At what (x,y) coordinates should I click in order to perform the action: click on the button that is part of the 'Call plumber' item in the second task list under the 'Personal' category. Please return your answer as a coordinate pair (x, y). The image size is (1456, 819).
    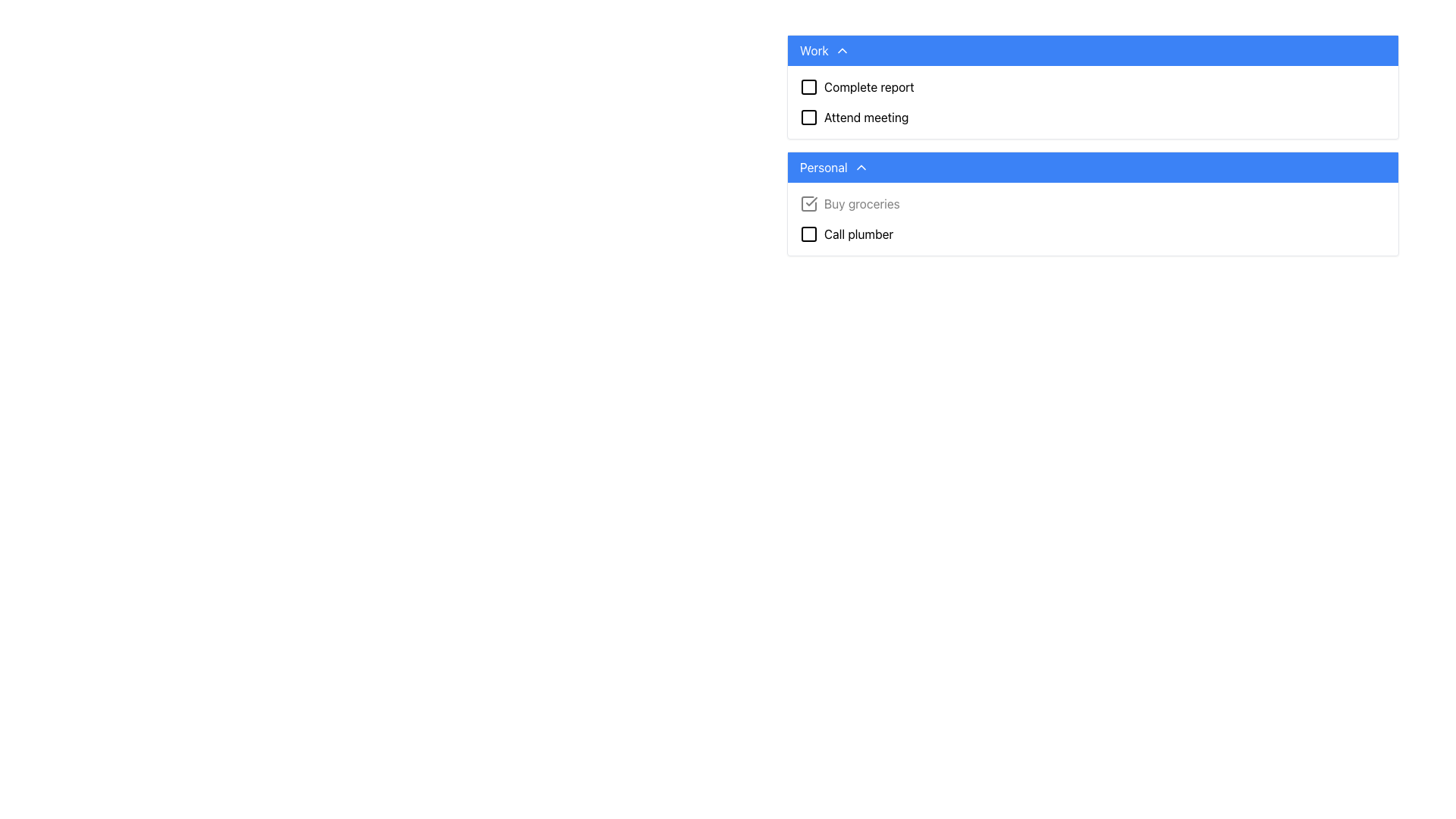
    Looking at the image, I should click on (808, 234).